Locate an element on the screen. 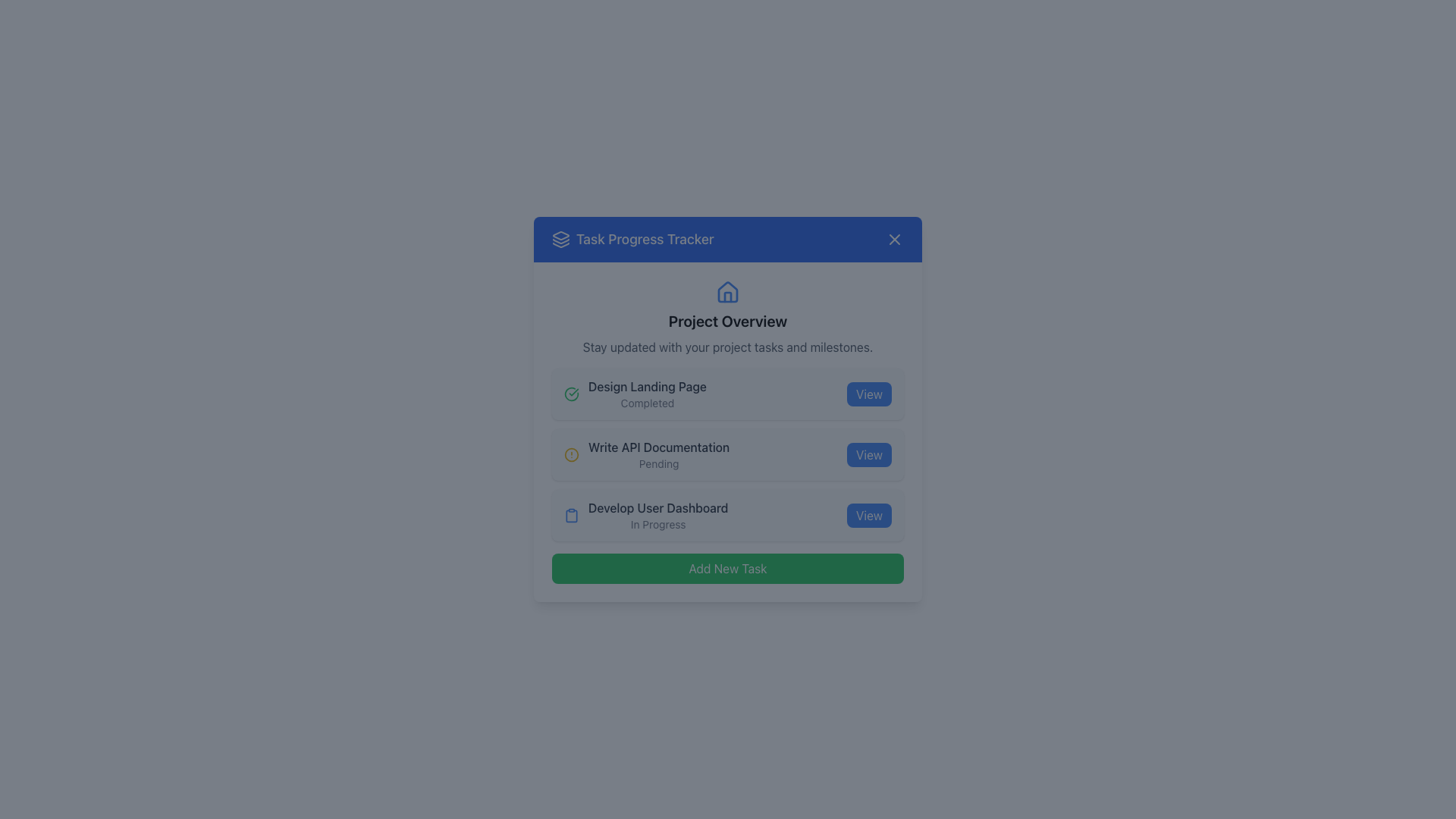 This screenshot has height=819, width=1456. the button located on the right side of the 'Write API Documentation' task is located at coordinates (869, 454).